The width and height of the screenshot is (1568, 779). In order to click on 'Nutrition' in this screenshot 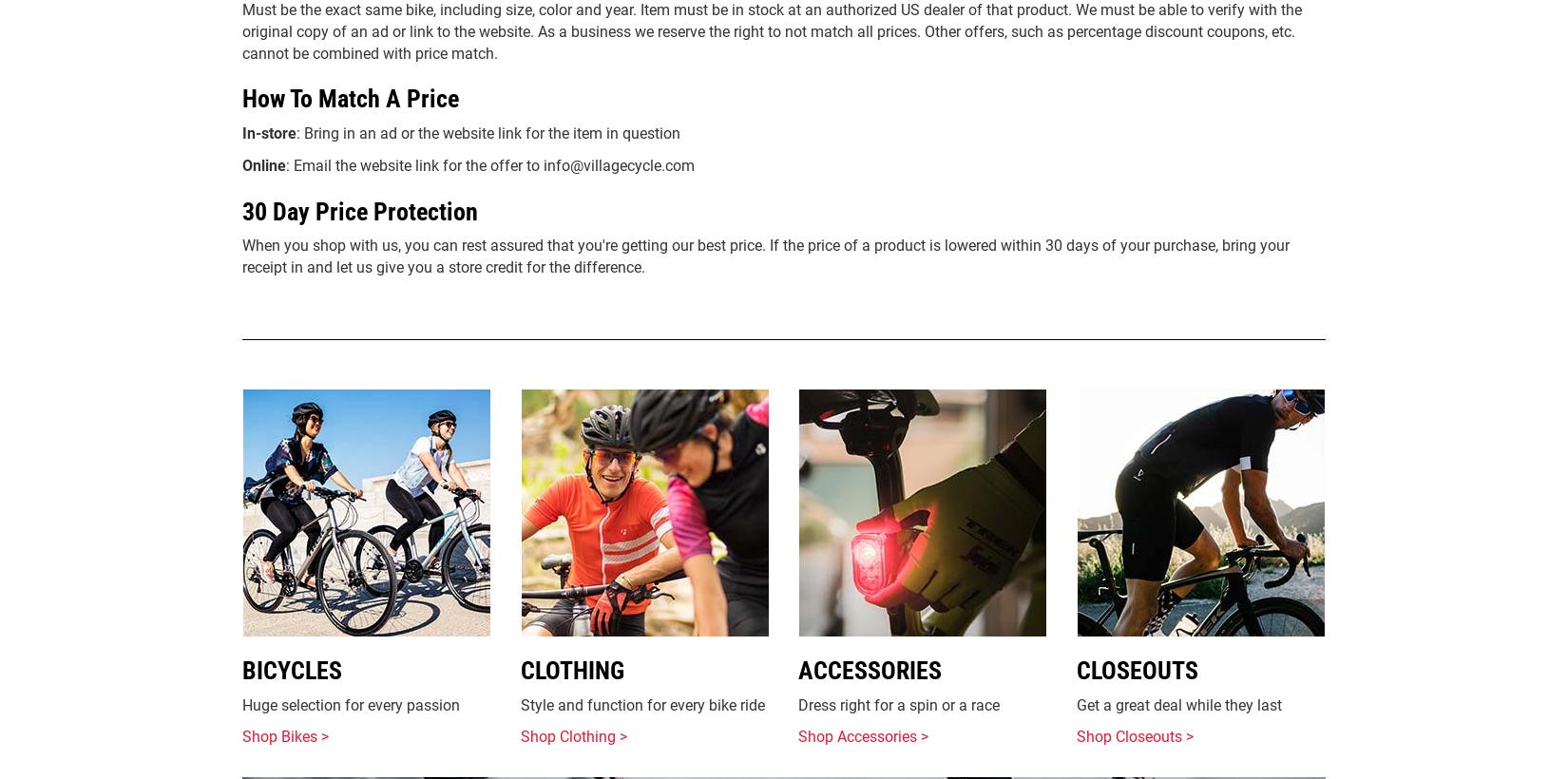, I will do `click(836, 109)`.